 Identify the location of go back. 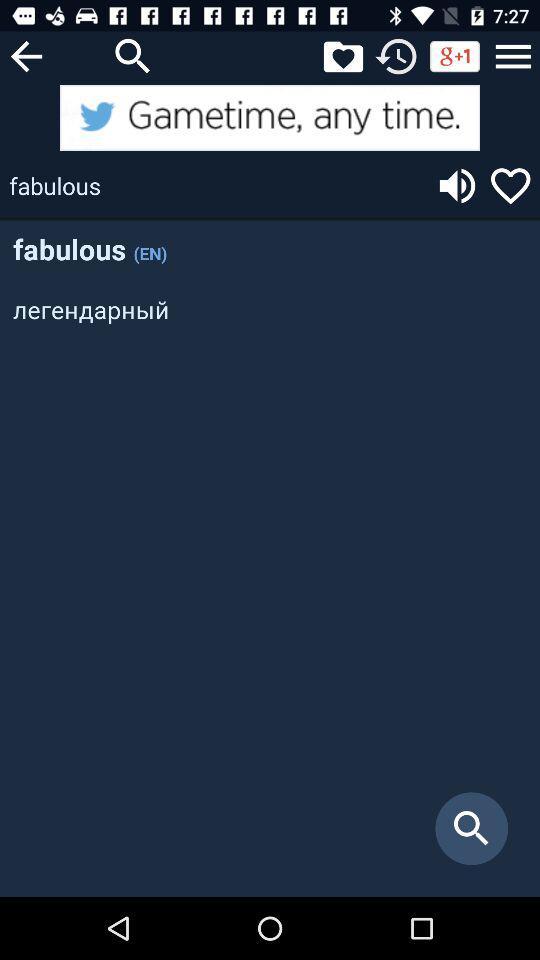
(25, 55).